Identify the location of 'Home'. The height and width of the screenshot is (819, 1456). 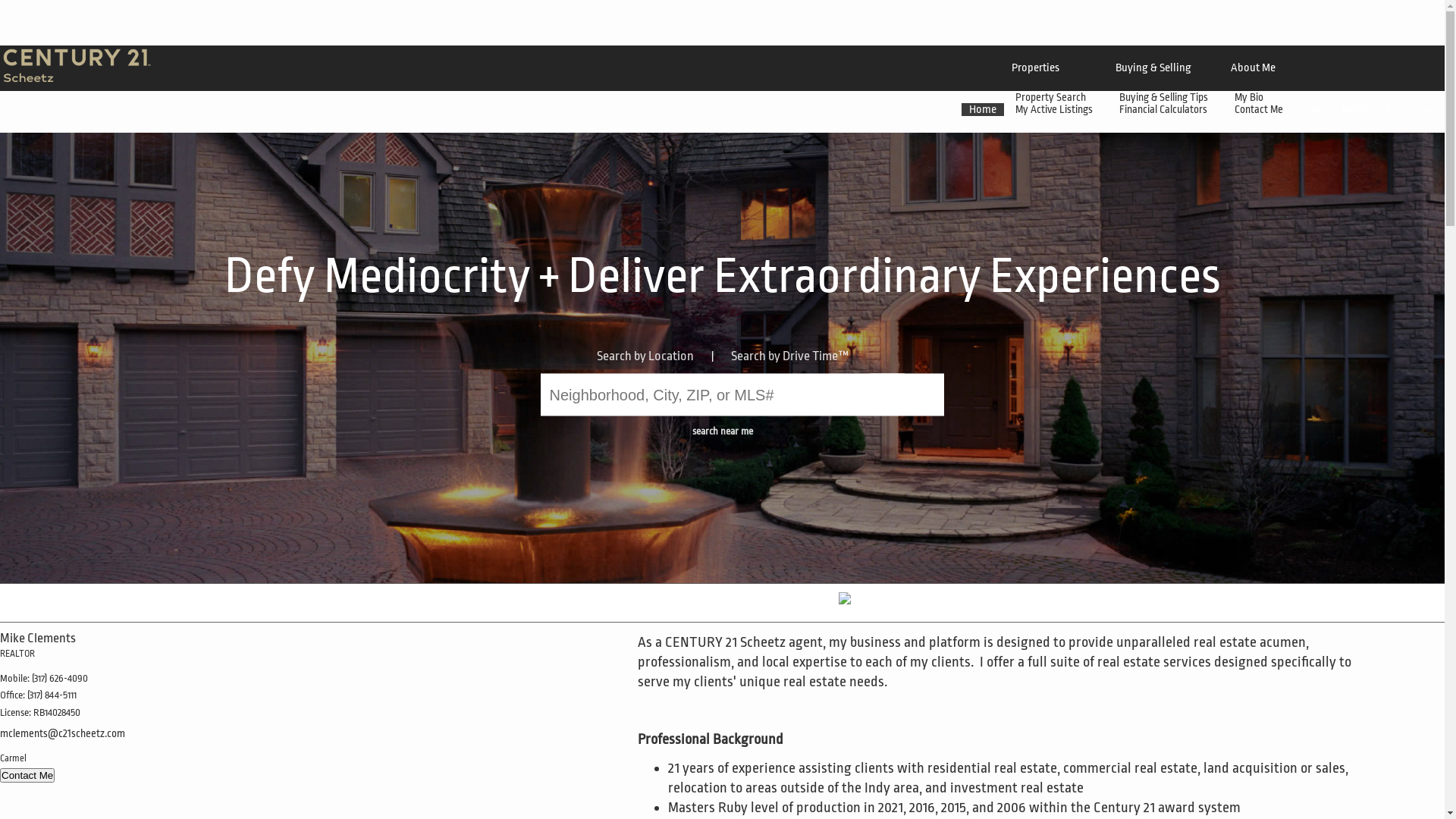
(983, 108).